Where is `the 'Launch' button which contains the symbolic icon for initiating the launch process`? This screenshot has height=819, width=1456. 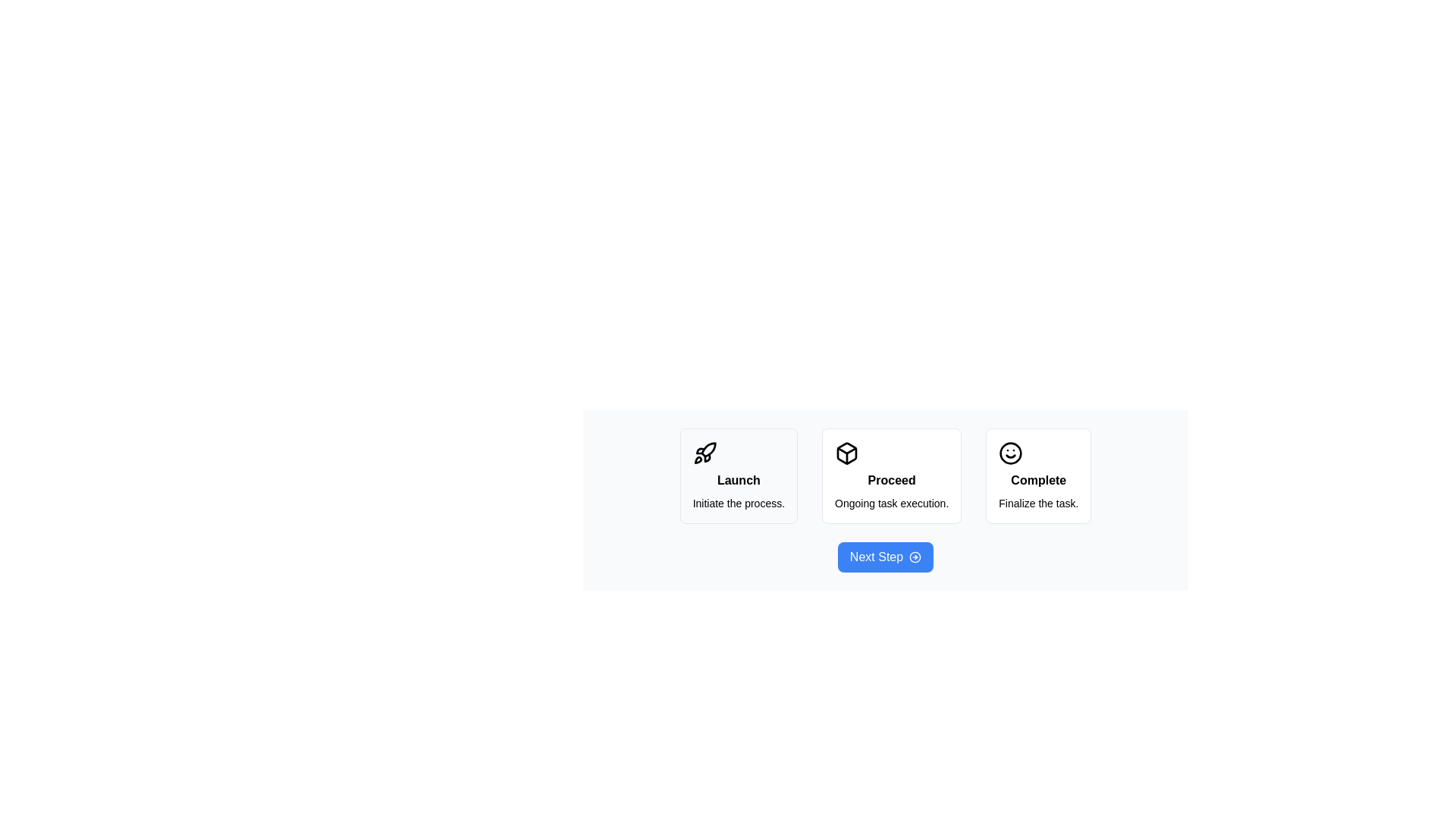 the 'Launch' button which contains the symbolic icon for initiating the launch process is located at coordinates (704, 452).